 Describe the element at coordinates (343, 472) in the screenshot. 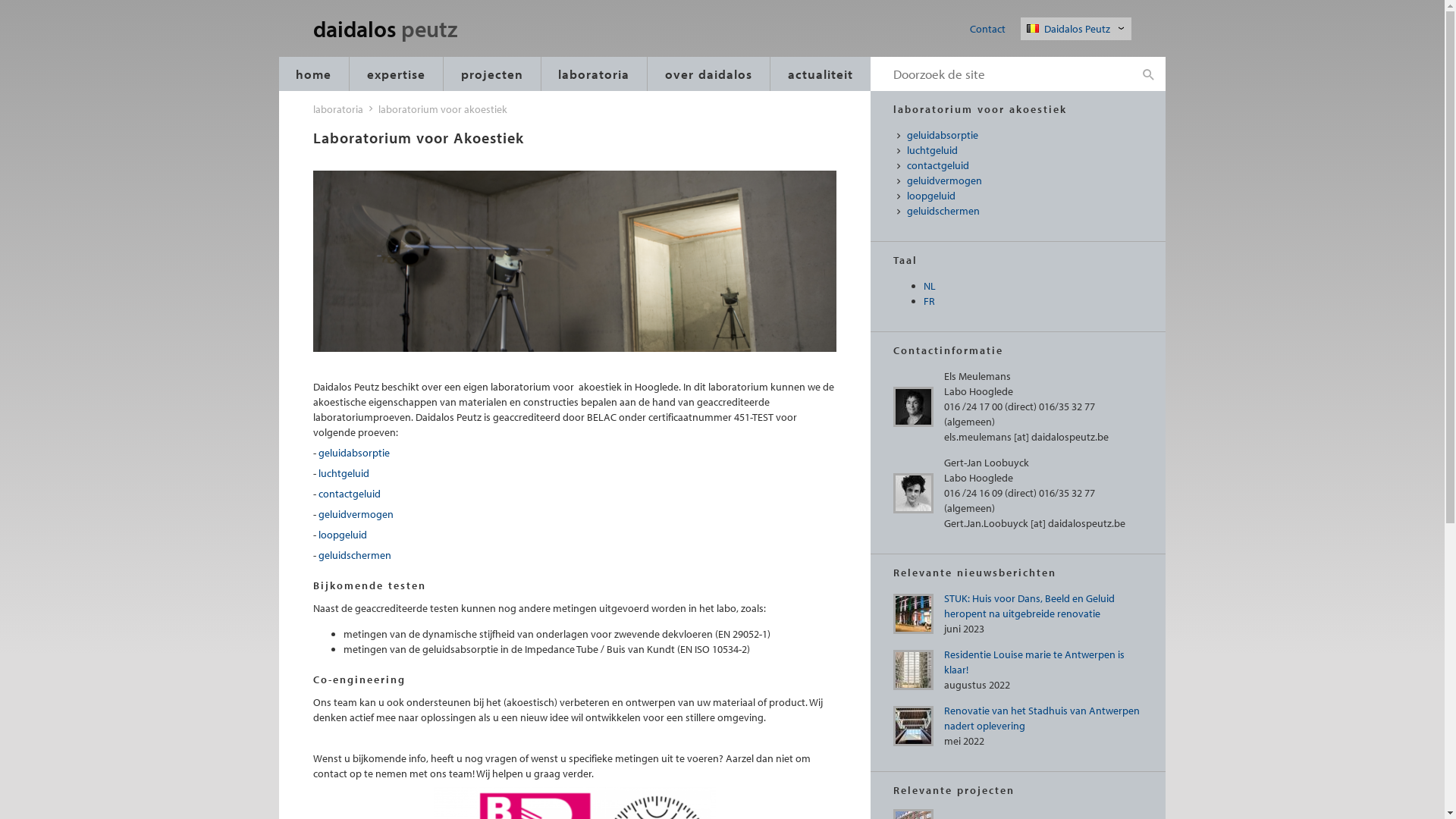

I see `'luchtgeluid'` at that location.